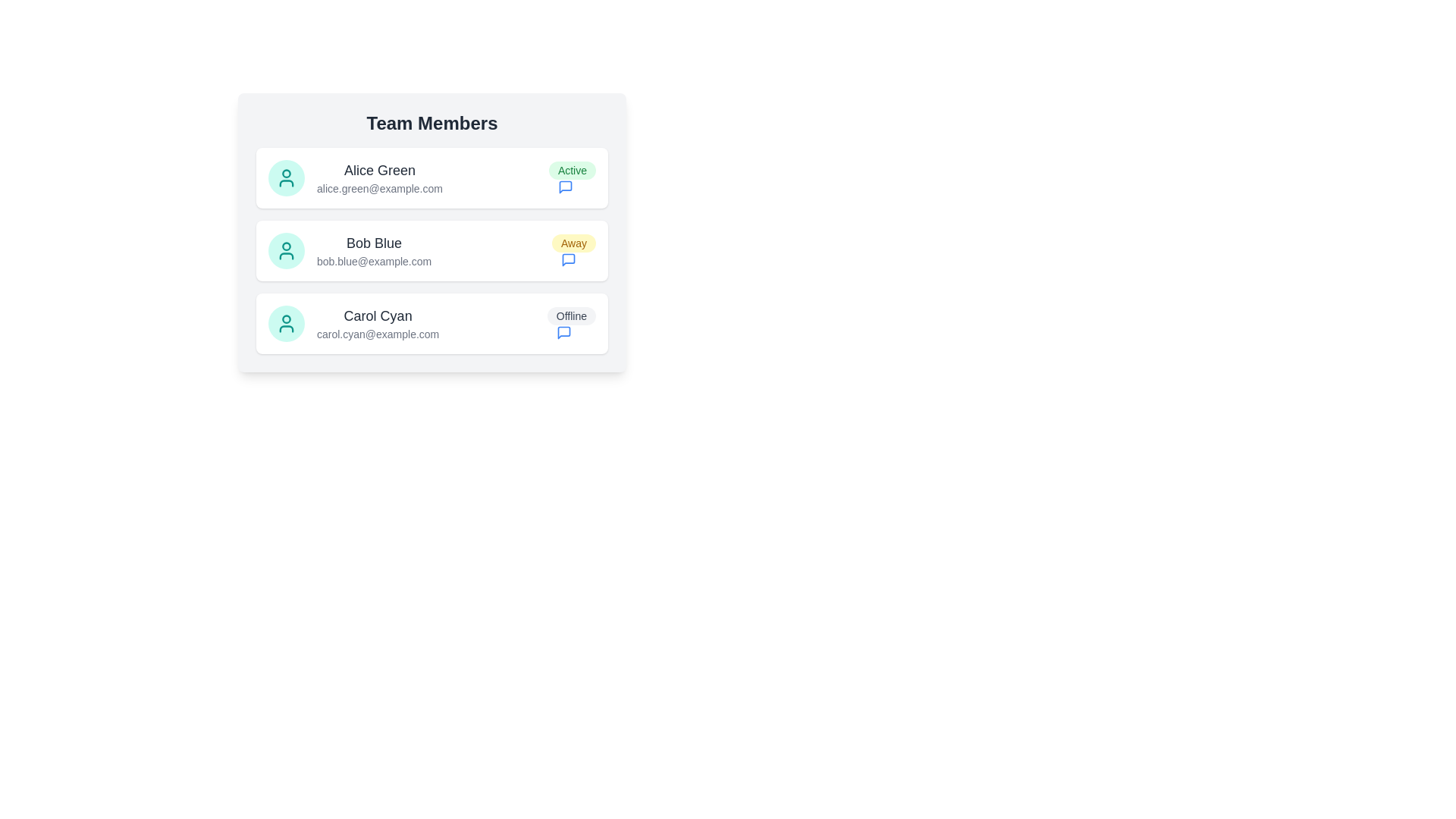 The height and width of the screenshot is (819, 1456). What do you see at coordinates (287, 245) in the screenshot?
I see `the circular graphic element that represents the user 'Bob Blue' in the team member list, located to the left of the user's name` at bounding box center [287, 245].